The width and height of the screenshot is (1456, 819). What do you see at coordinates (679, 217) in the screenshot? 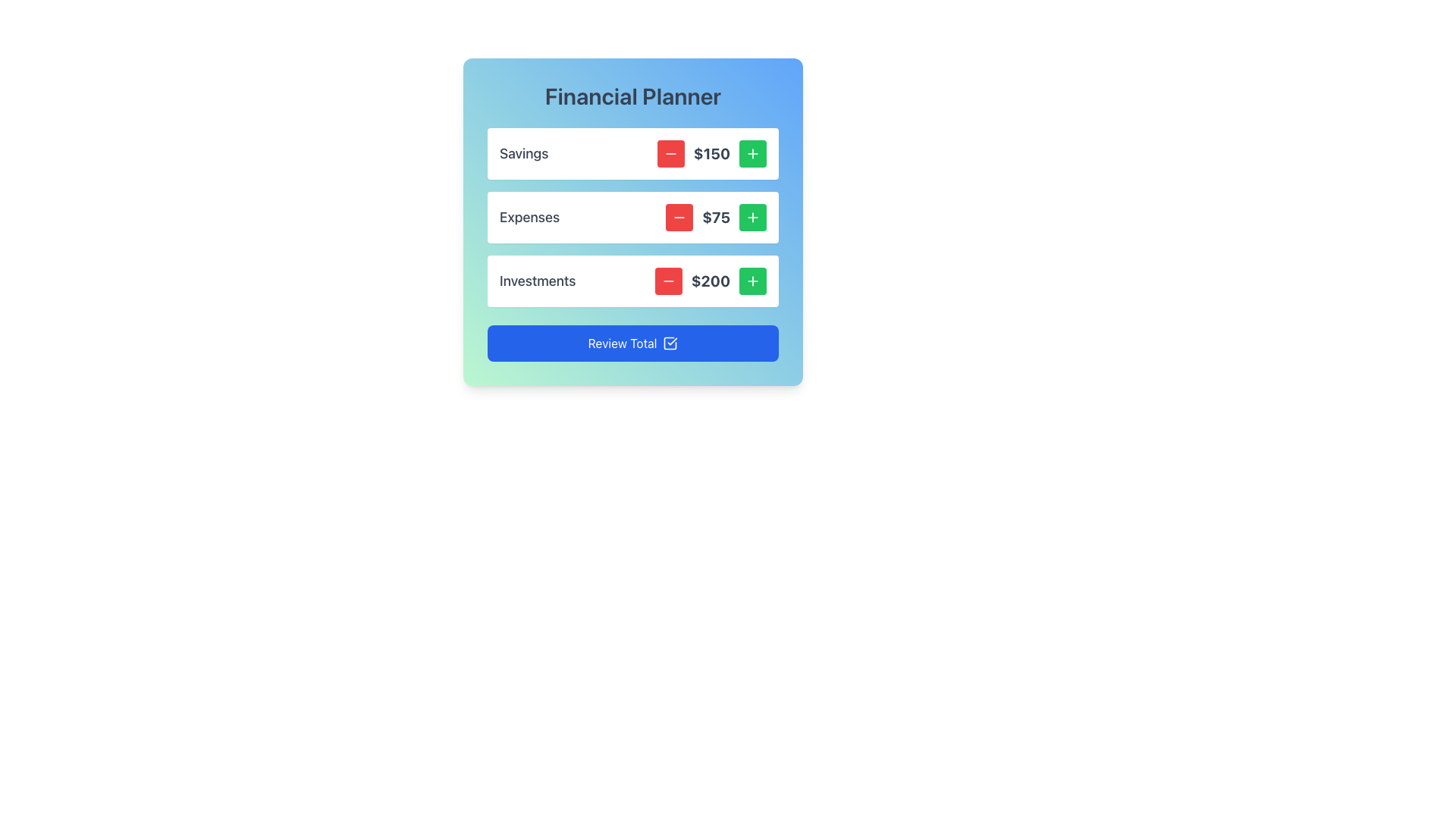
I see `the icon button with a minus symbol to decrement the value of the associated 'Expenses' field by one unit` at bounding box center [679, 217].